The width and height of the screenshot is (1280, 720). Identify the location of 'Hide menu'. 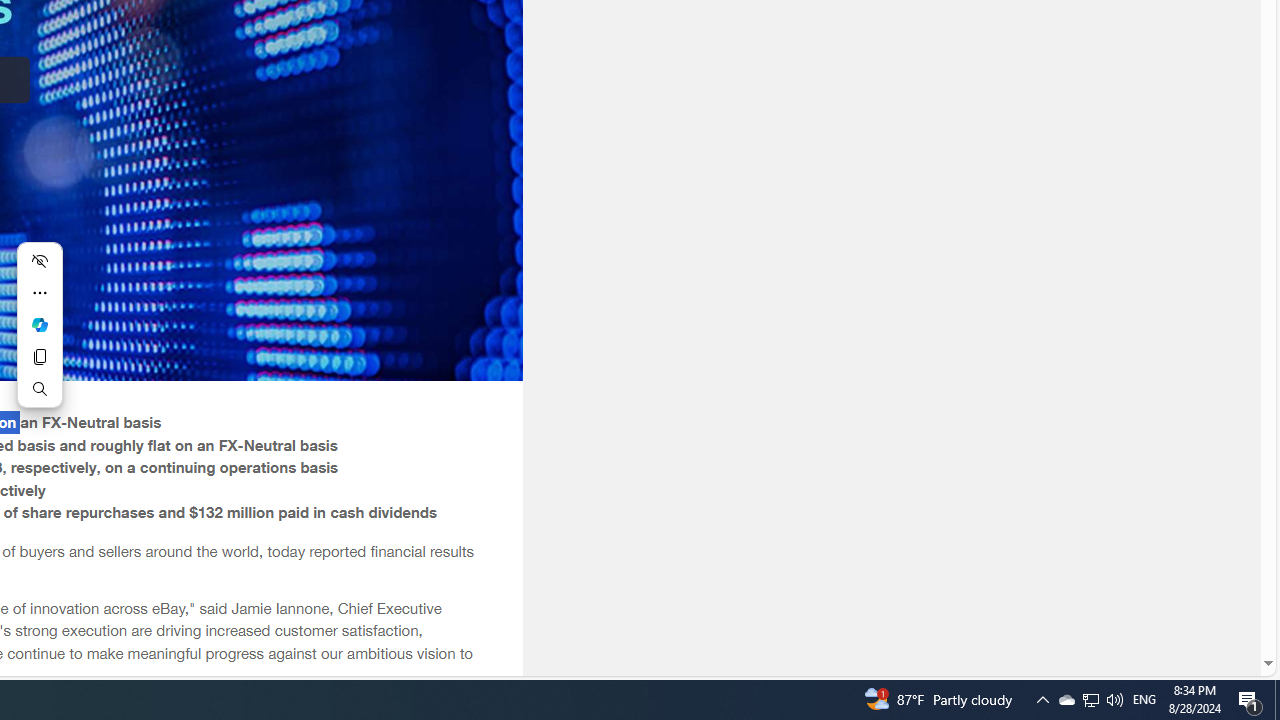
(39, 260).